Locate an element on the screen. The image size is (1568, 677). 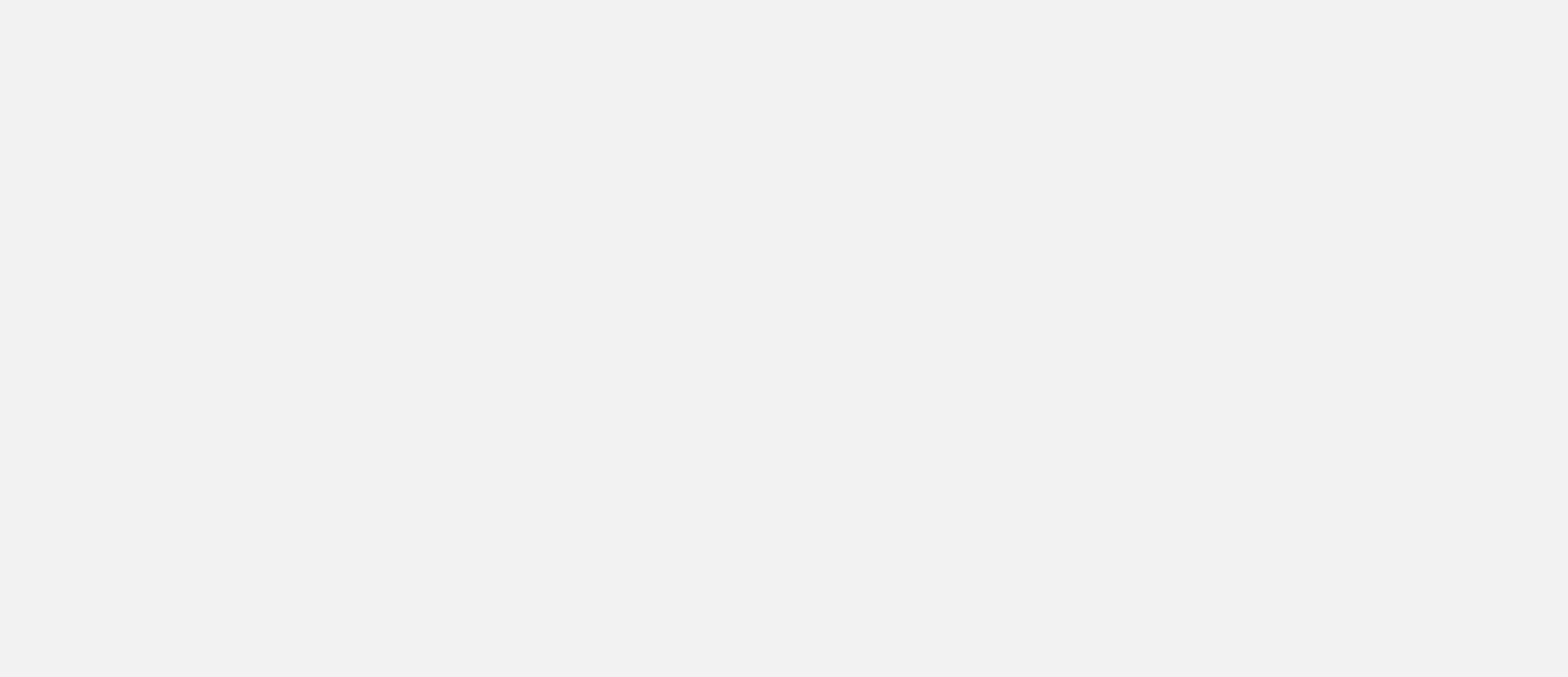
'Required fields are marked' is located at coordinates (667, 428).